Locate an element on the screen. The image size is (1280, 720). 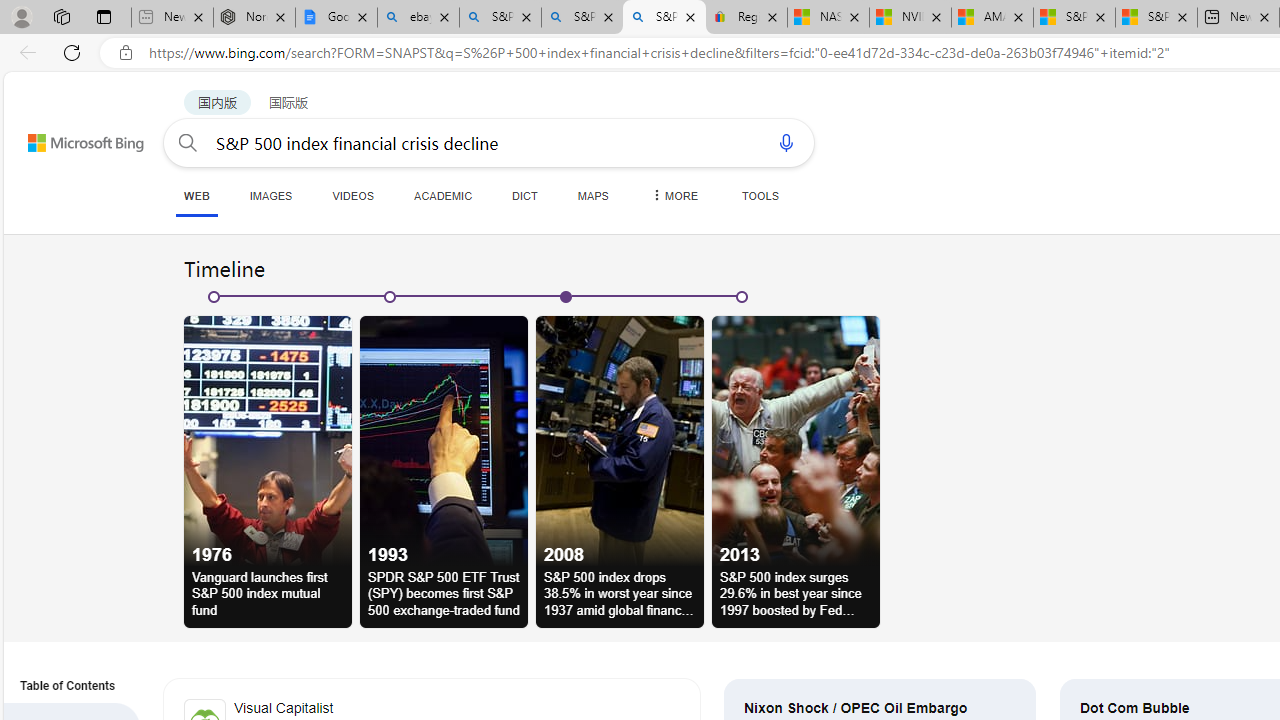
'TOOLS' is located at coordinates (759, 195).